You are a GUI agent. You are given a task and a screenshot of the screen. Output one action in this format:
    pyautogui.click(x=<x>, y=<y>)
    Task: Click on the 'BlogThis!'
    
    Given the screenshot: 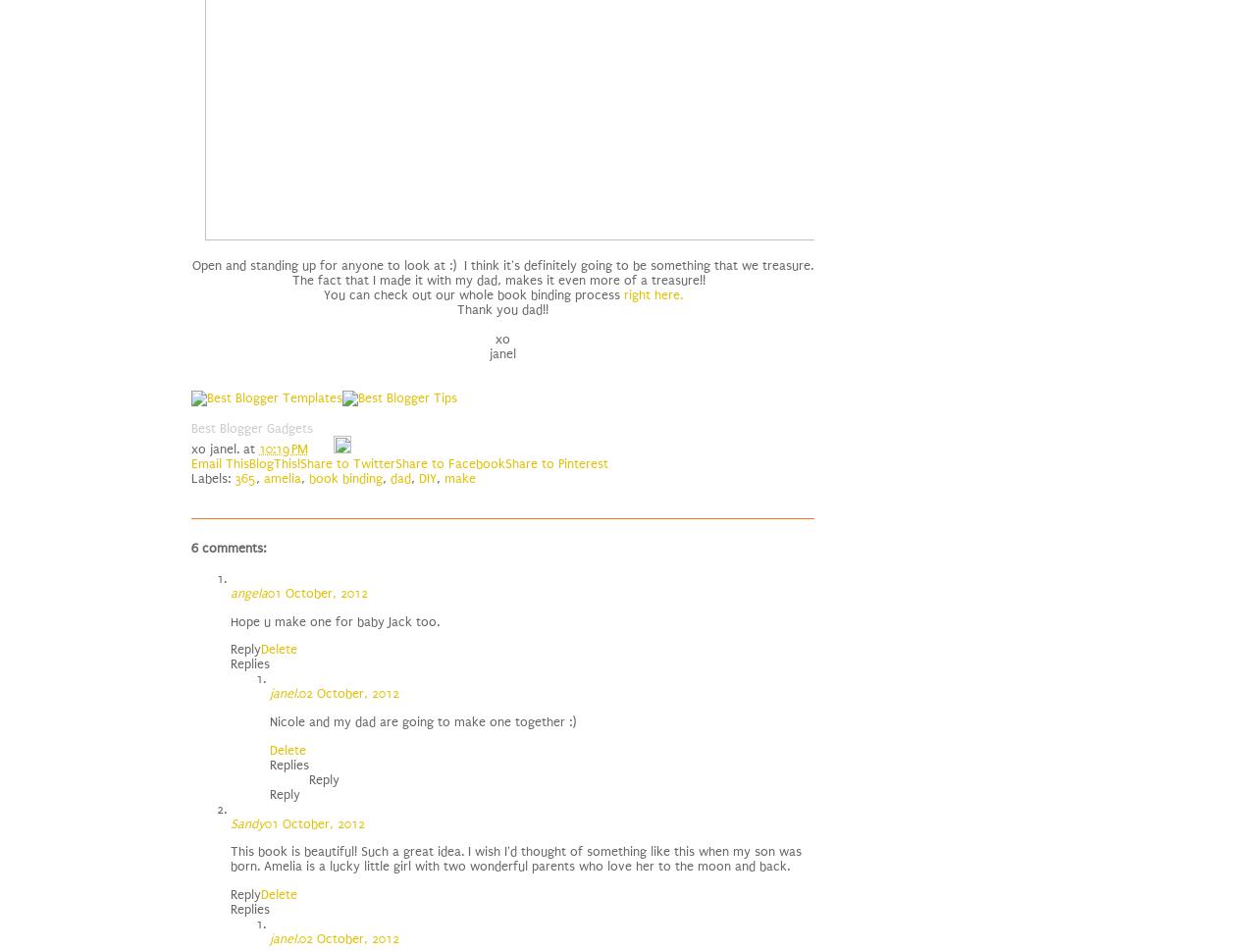 What is the action you would take?
    pyautogui.click(x=274, y=461)
    